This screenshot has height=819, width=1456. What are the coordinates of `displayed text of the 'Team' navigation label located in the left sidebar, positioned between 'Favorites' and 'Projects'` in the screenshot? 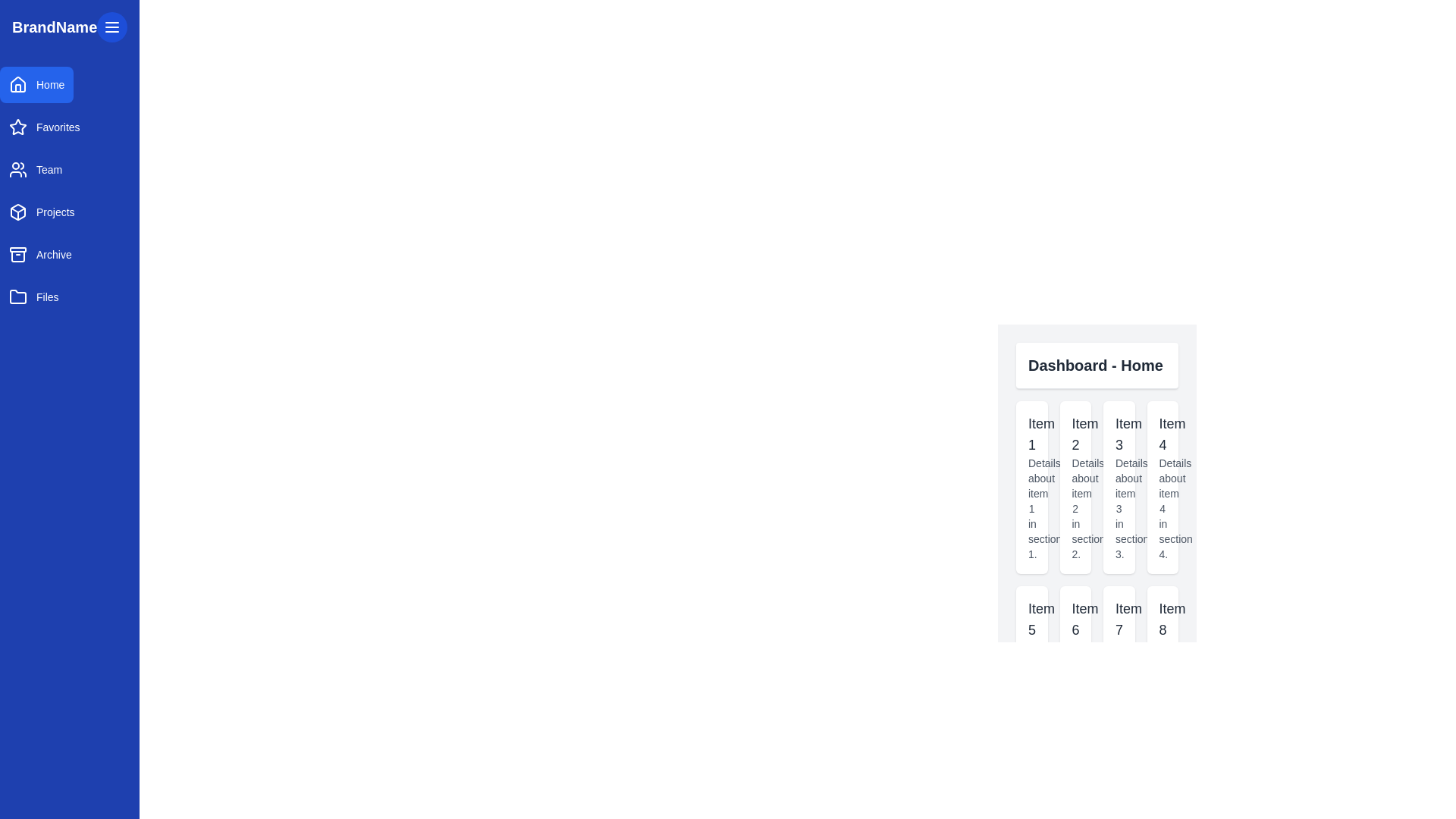 It's located at (49, 169).